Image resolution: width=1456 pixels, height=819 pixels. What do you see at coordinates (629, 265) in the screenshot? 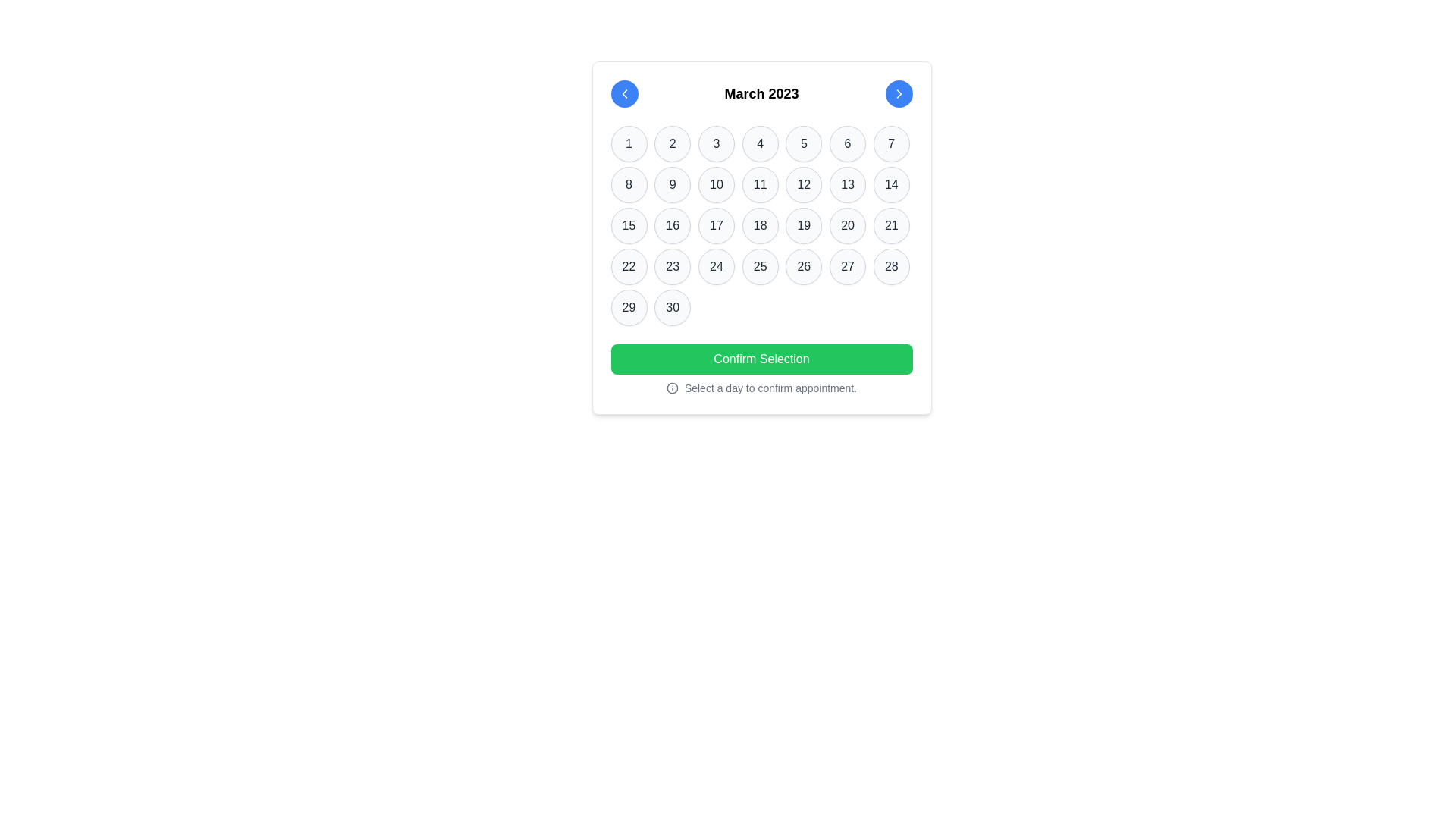
I see `the button representing the 22nd day of the month in the calendar grid layout, which is located in the fourth row and first column` at bounding box center [629, 265].